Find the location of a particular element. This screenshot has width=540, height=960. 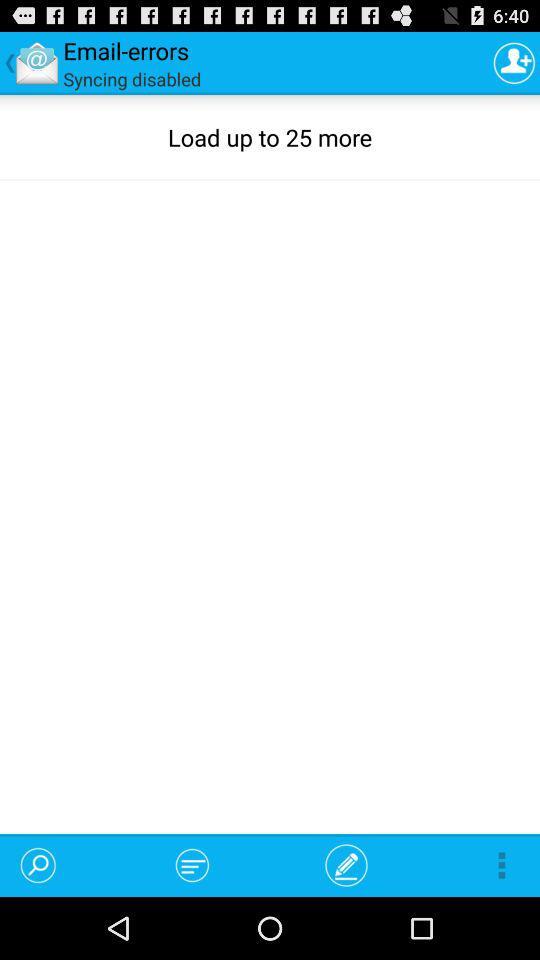

the icon at the bottom left corner is located at coordinates (38, 864).